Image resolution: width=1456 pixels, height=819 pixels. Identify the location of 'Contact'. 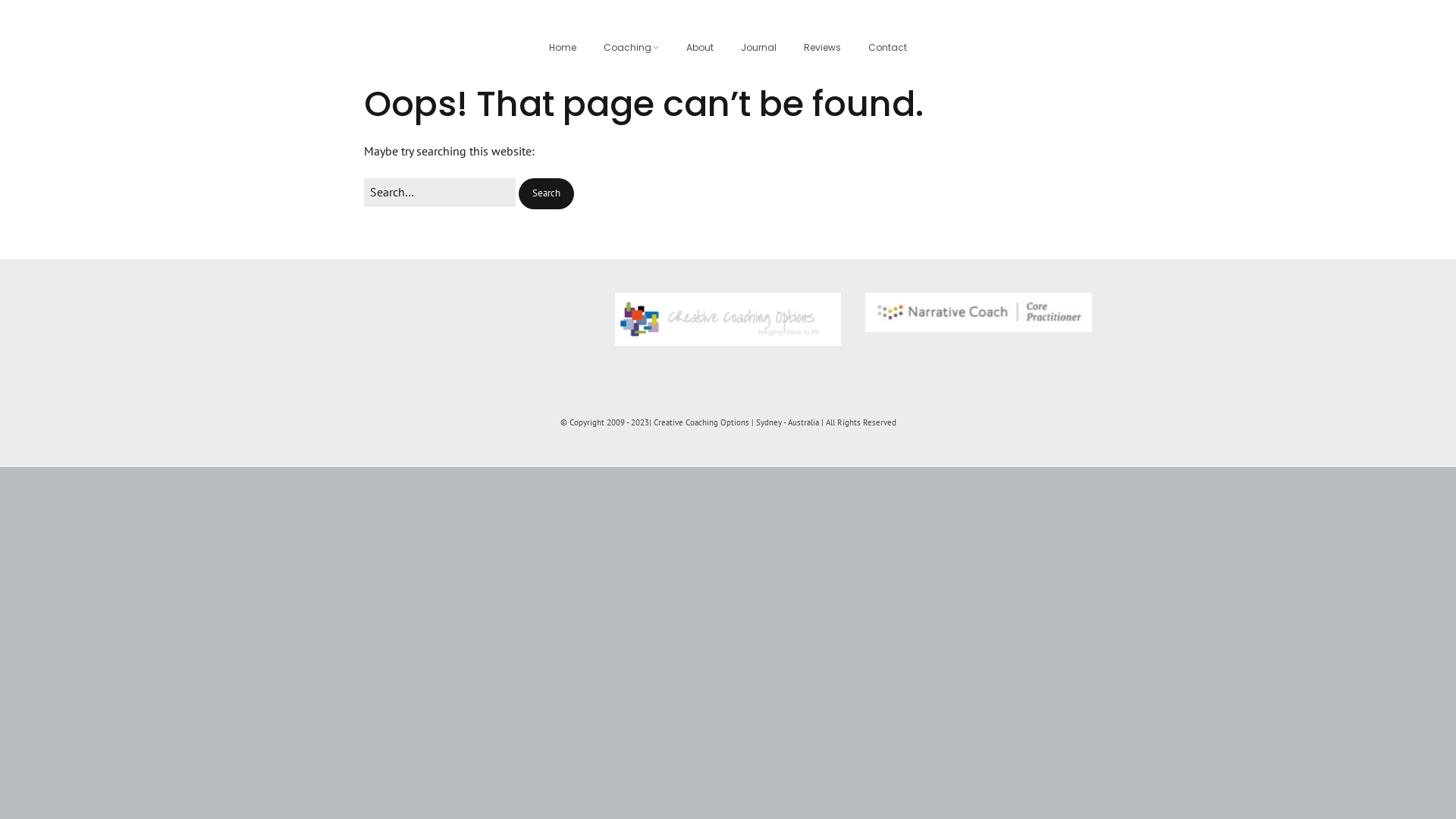
(887, 47).